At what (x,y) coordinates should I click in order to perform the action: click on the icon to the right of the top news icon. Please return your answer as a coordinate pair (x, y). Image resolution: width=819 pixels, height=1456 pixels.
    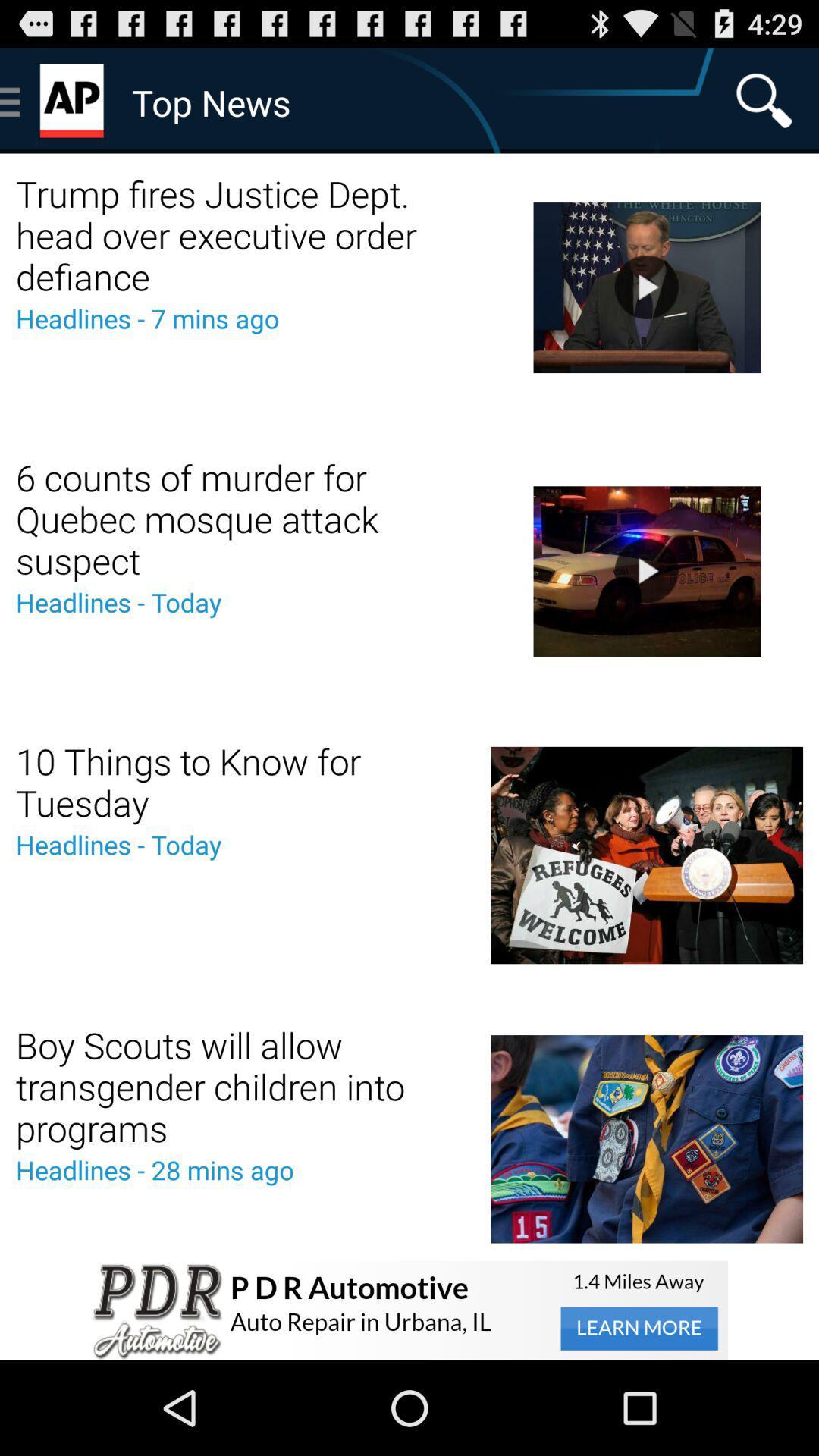
    Looking at the image, I should click on (764, 99).